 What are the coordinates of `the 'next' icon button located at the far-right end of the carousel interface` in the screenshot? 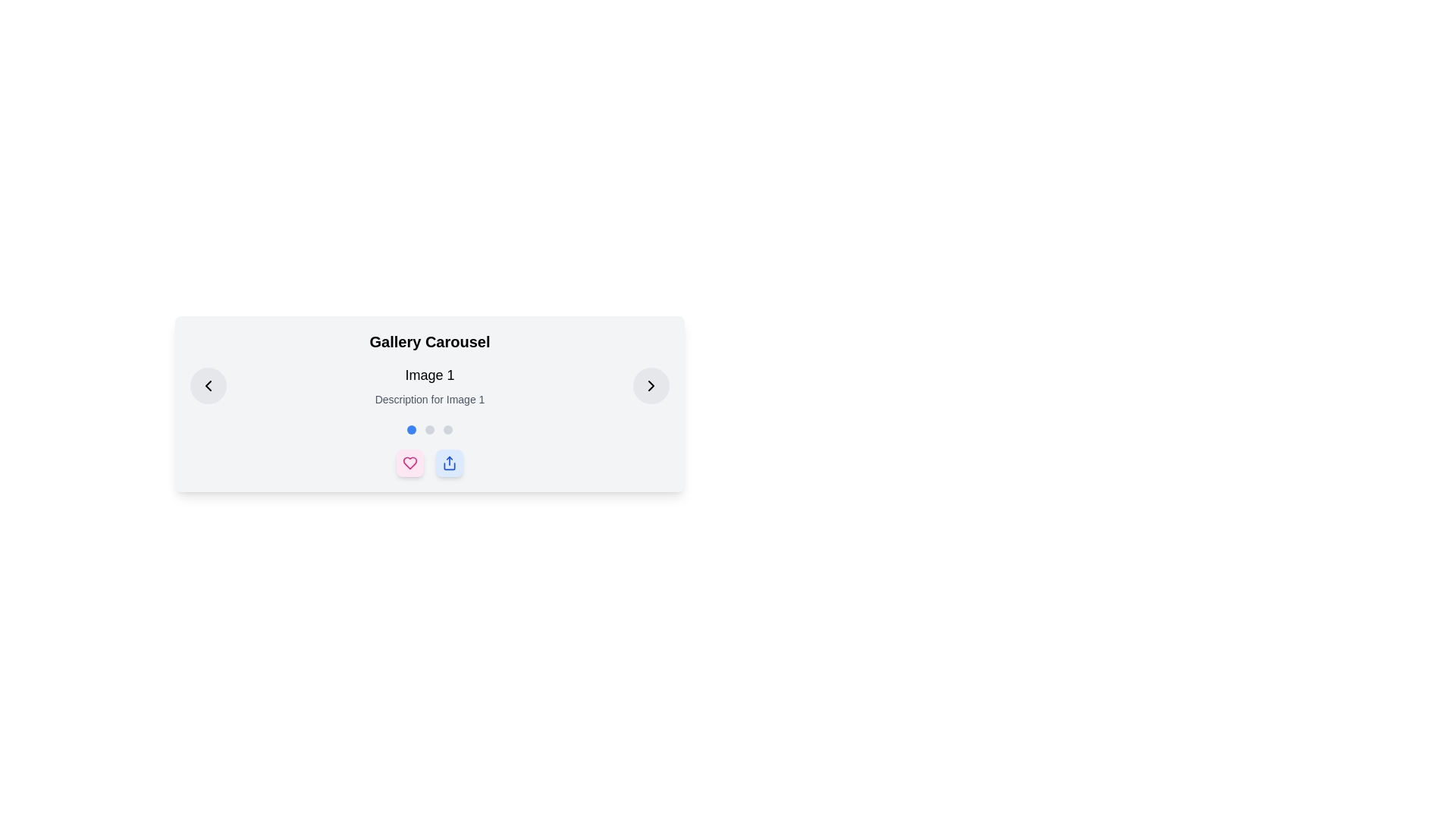 It's located at (651, 385).